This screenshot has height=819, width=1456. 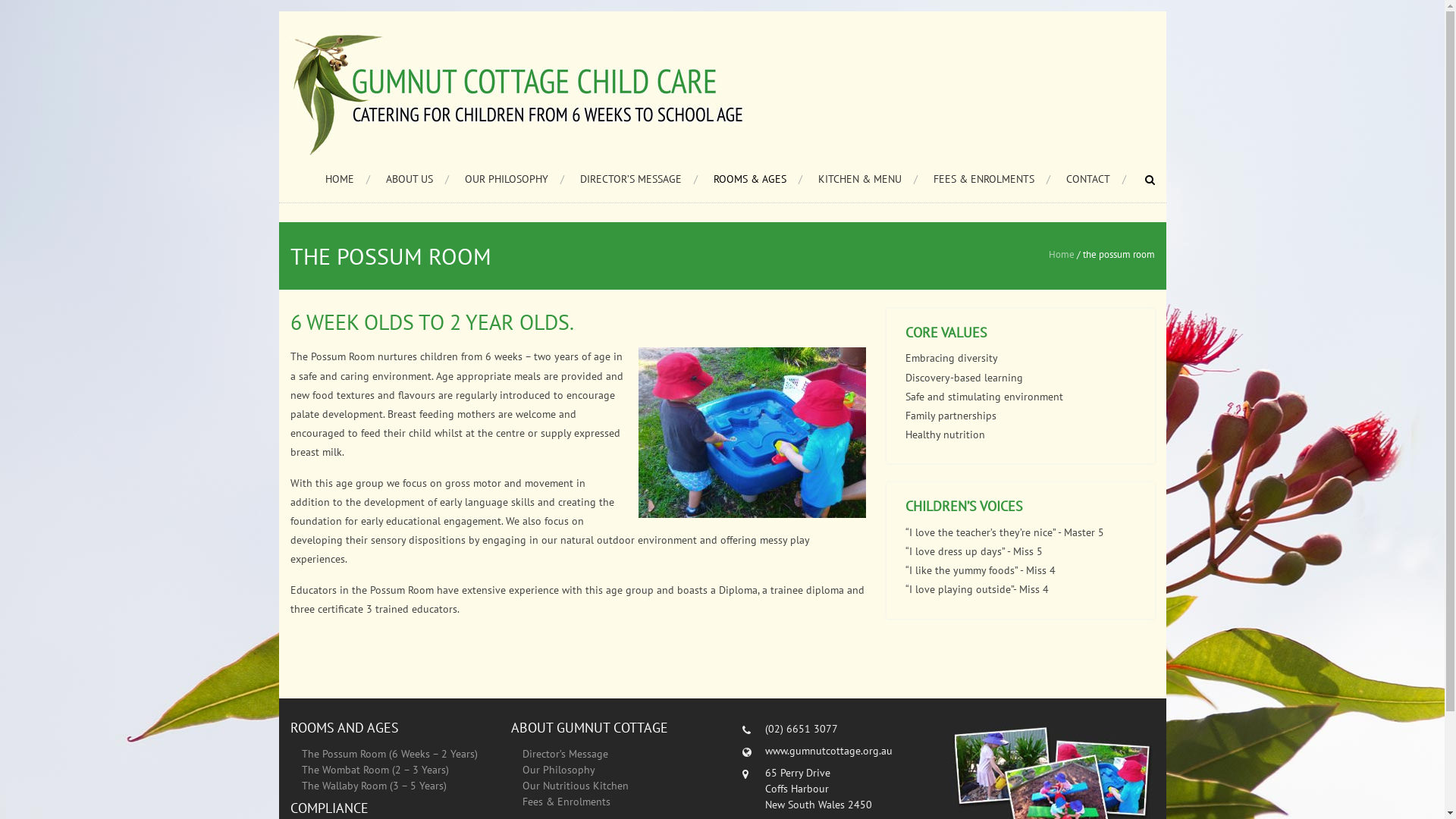 What do you see at coordinates (574, 785) in the screenshot?
I see `'Our Nutritious Kitchen'` at bounding box center [574, 785].